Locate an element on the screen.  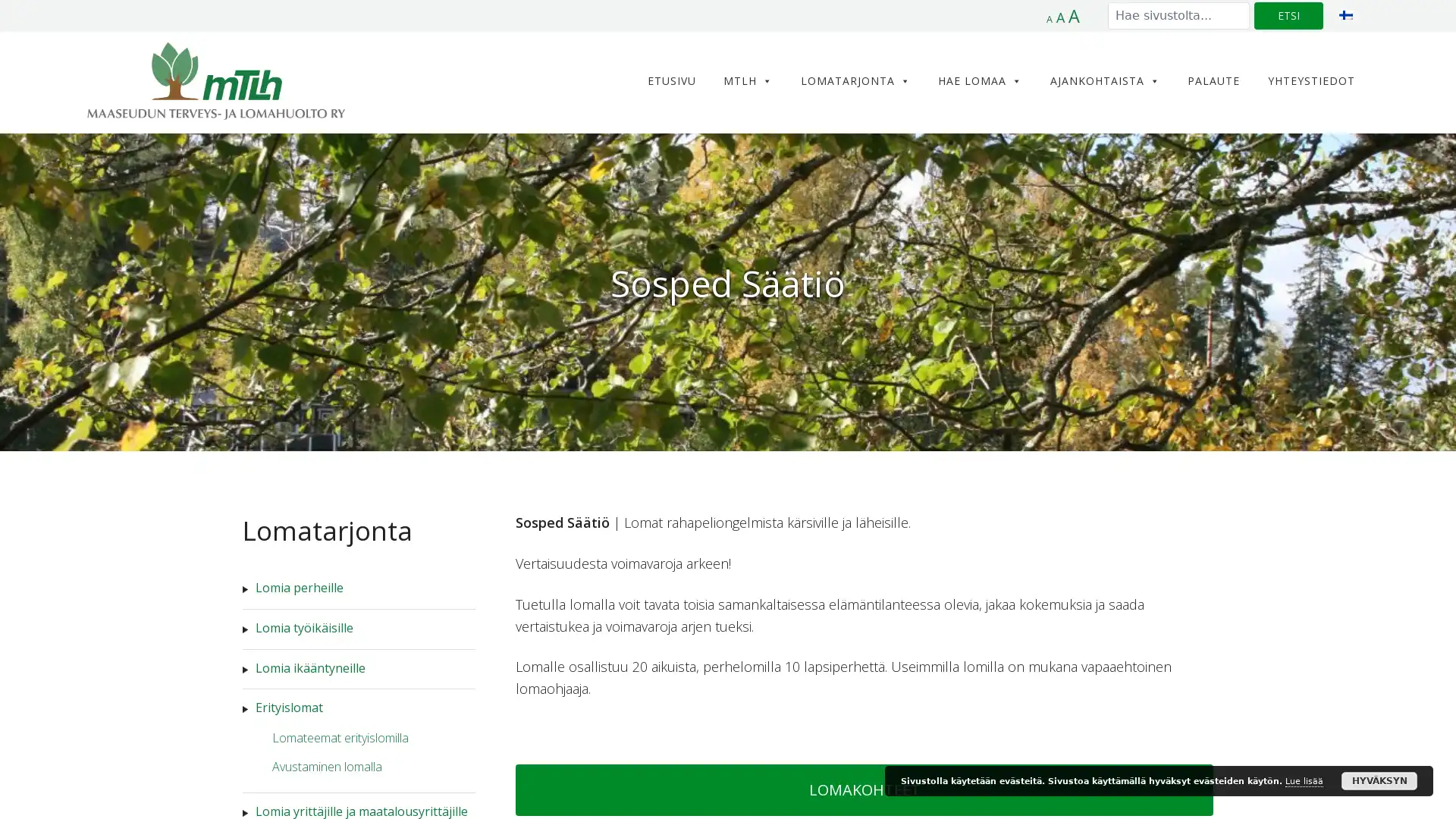
HYVAKSYN is located at coordinates (1379, 780).